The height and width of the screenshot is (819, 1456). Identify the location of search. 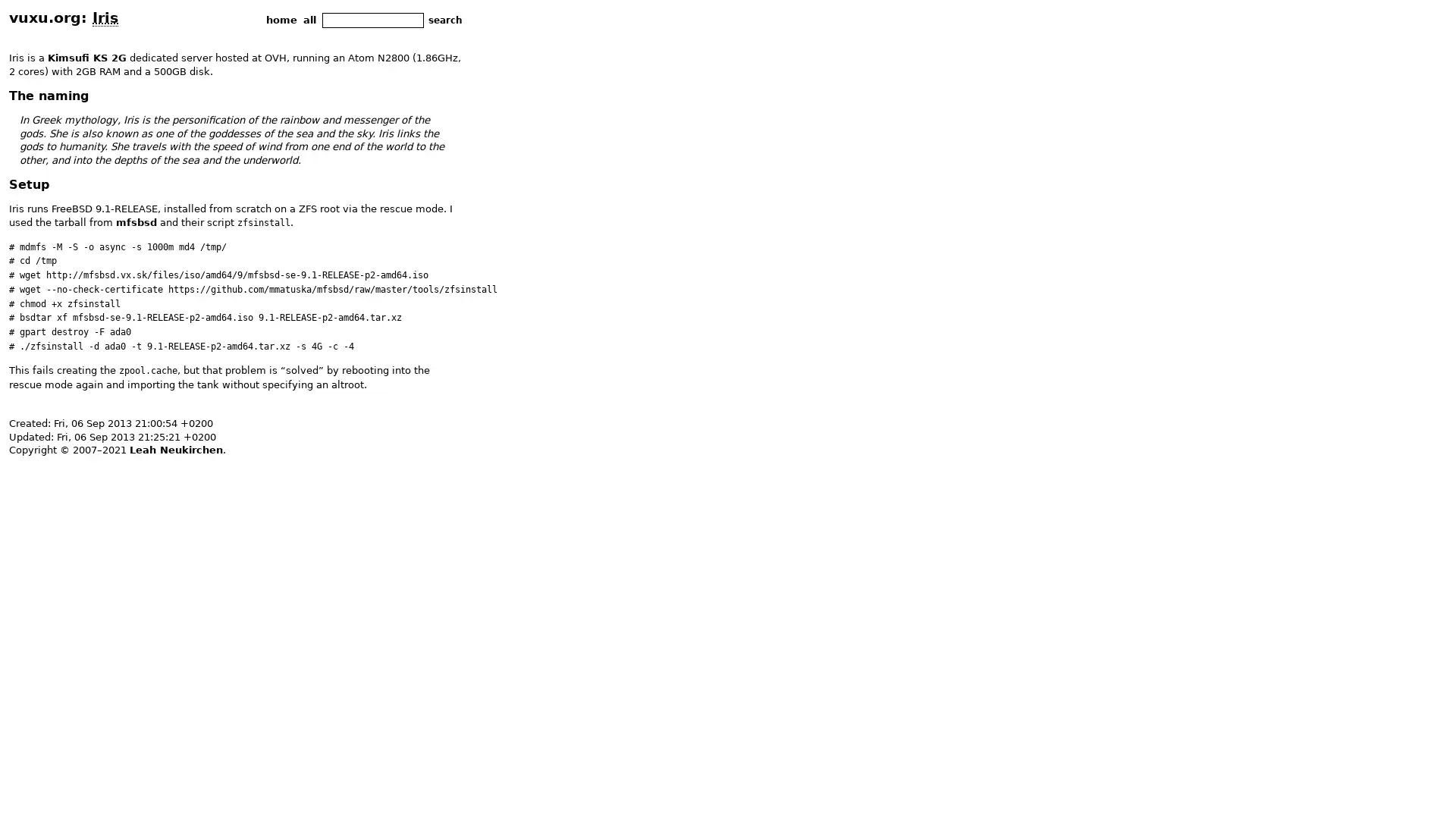
(444, 20).